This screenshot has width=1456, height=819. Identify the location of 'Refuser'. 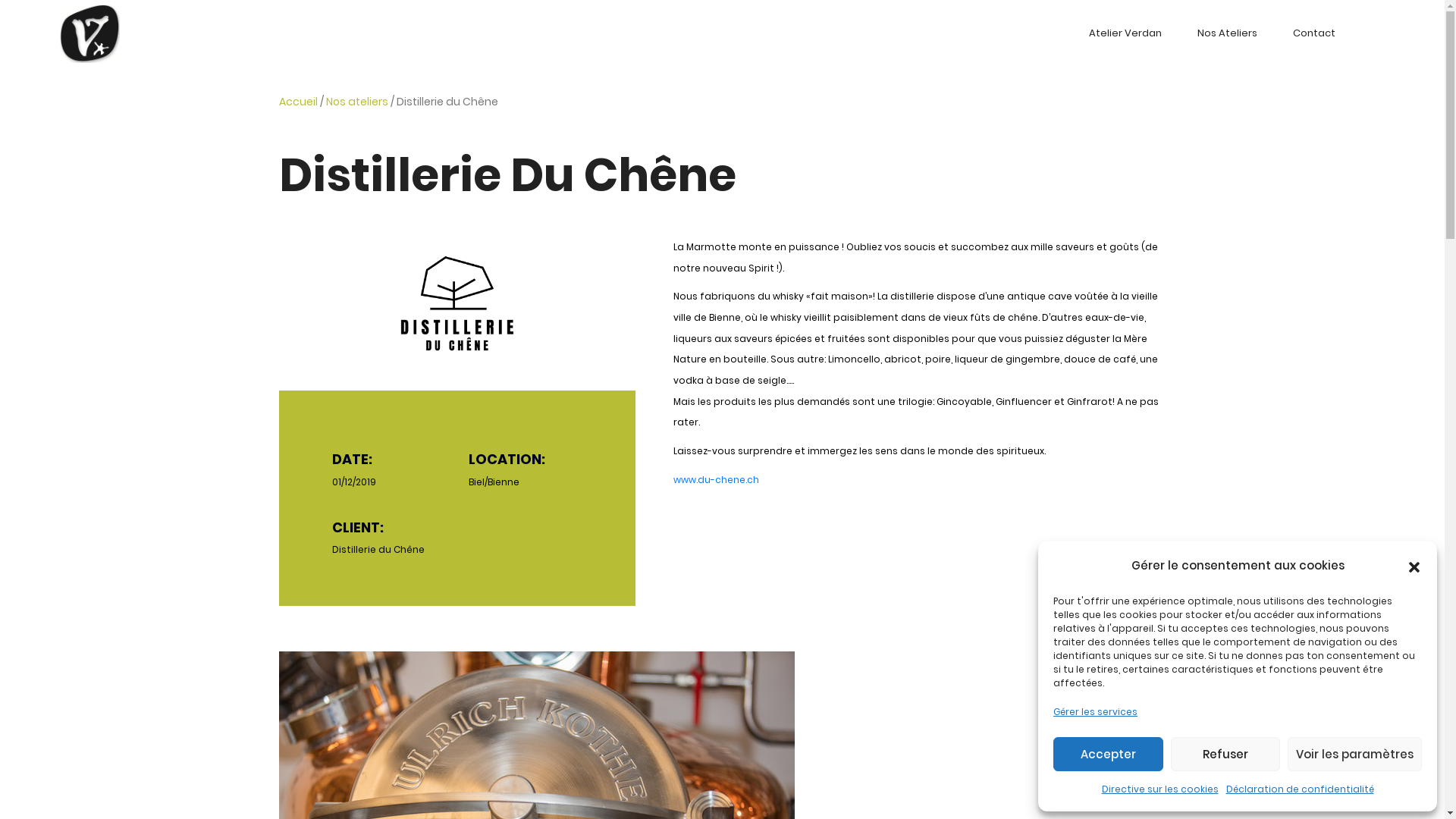
(1170, 754).